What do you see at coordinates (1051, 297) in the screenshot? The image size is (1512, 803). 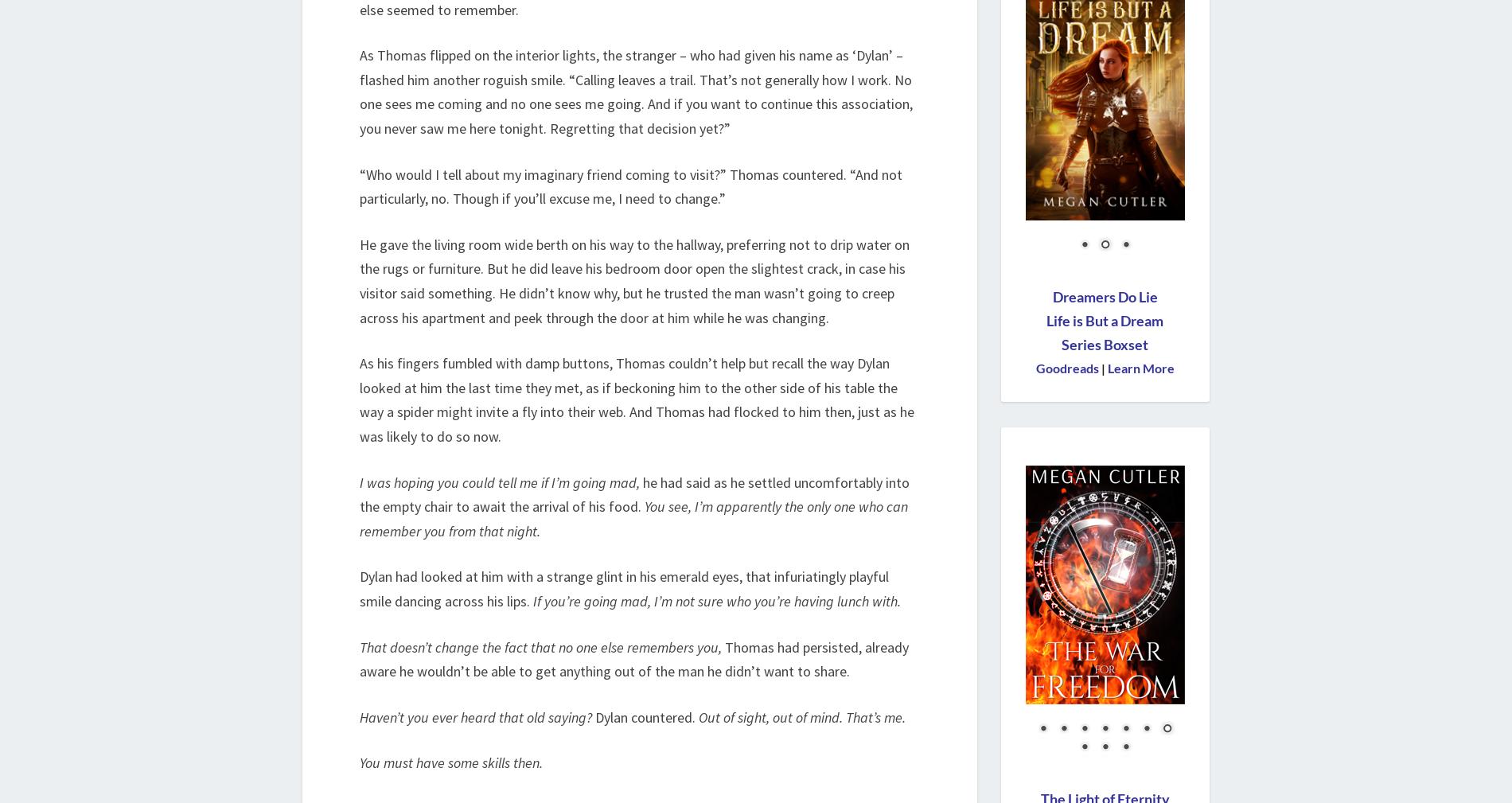 I see `'Dreamers Do Lie'` at bounding box center [1051, 297].